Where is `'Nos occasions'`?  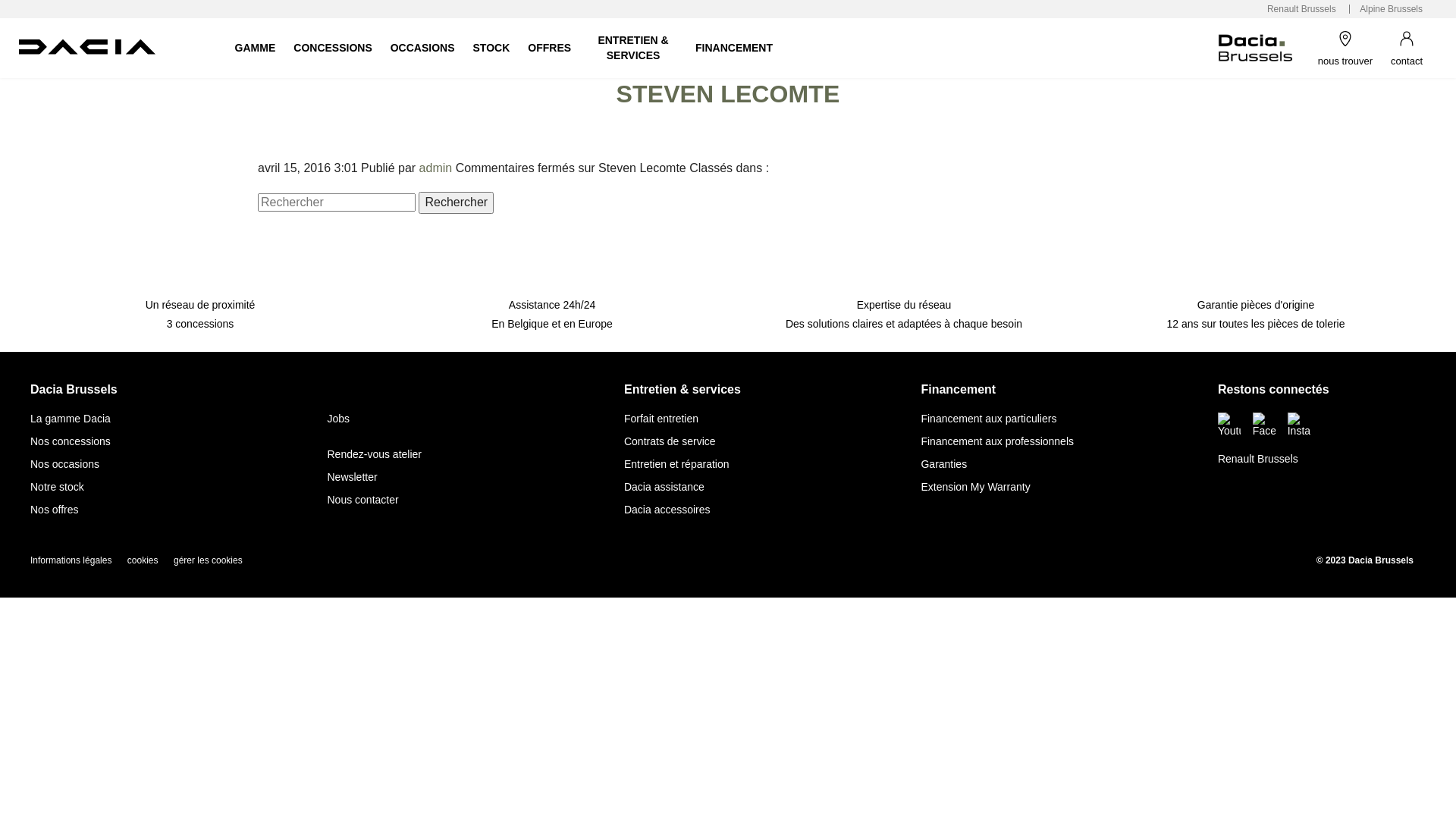
'Nos occasions' is located at coordinates (30, 463).